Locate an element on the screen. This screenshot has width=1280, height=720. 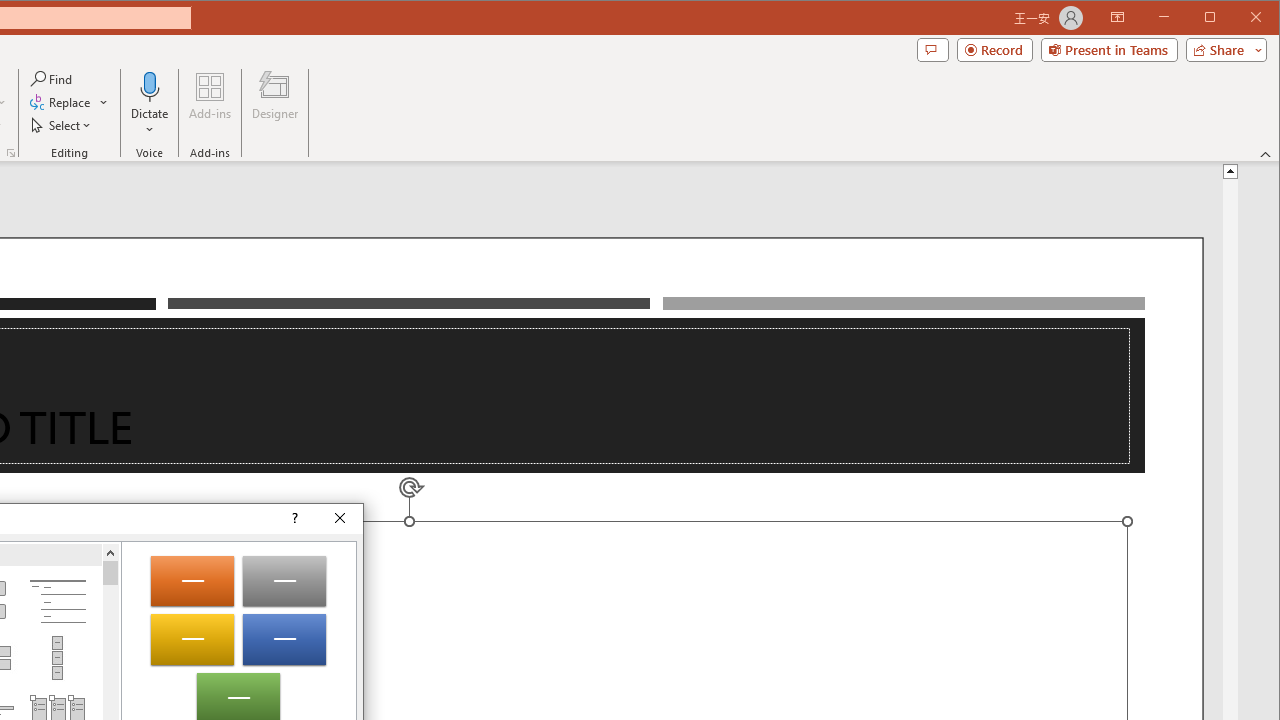
'Varying Width List' is located at coordinates (57, 658).